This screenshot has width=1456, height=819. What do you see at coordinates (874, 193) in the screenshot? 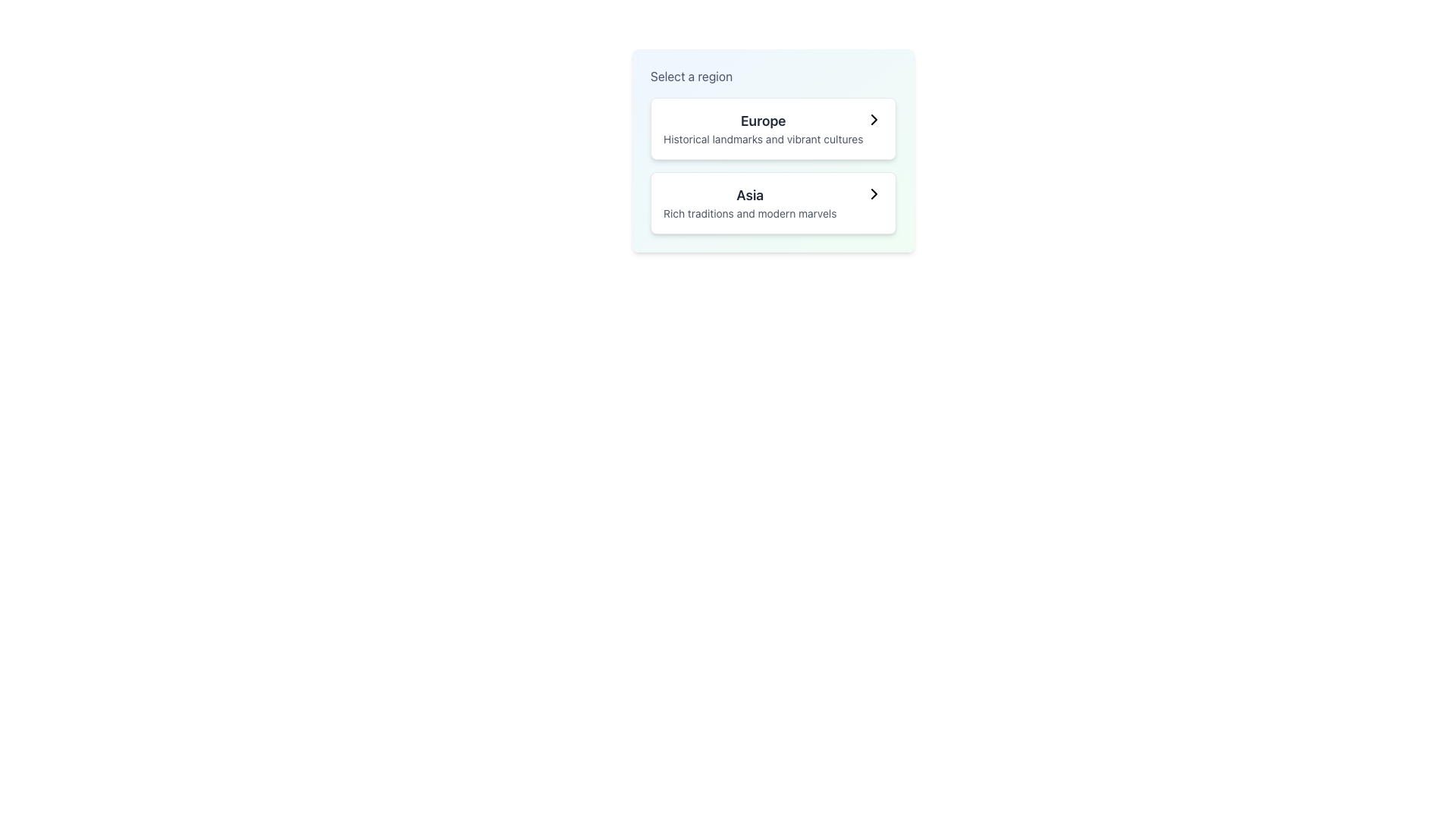
I see `the arrow icon located at the far right end of the 'Asia' selection box` at bounding box center [874, 193].